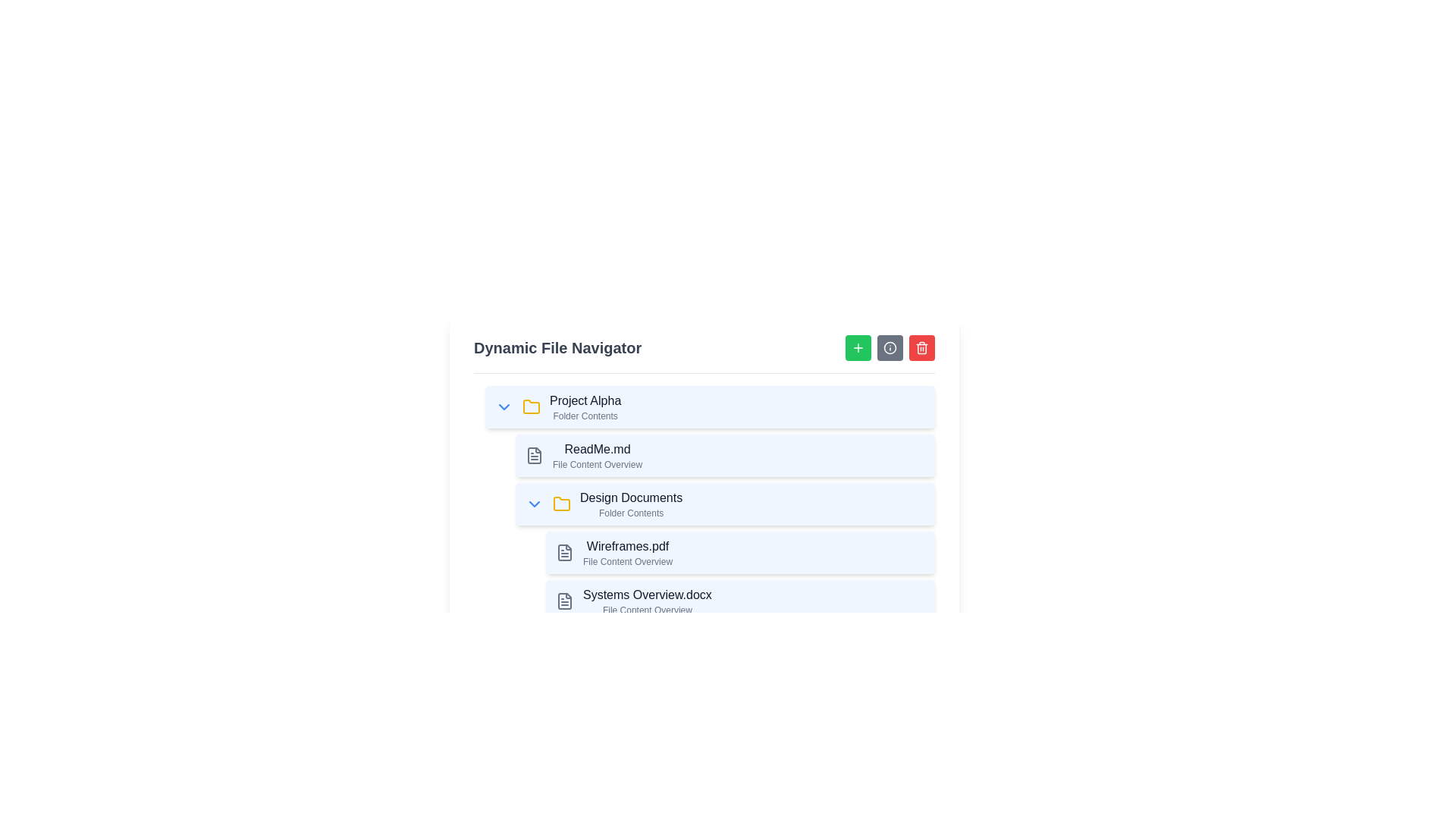  Describe the element at coordinates (563, 601) in the screenshot. I see `the document file icon for 'Systems Overview.docx', which serves as a visual cue to recognize it among other files` at that location.